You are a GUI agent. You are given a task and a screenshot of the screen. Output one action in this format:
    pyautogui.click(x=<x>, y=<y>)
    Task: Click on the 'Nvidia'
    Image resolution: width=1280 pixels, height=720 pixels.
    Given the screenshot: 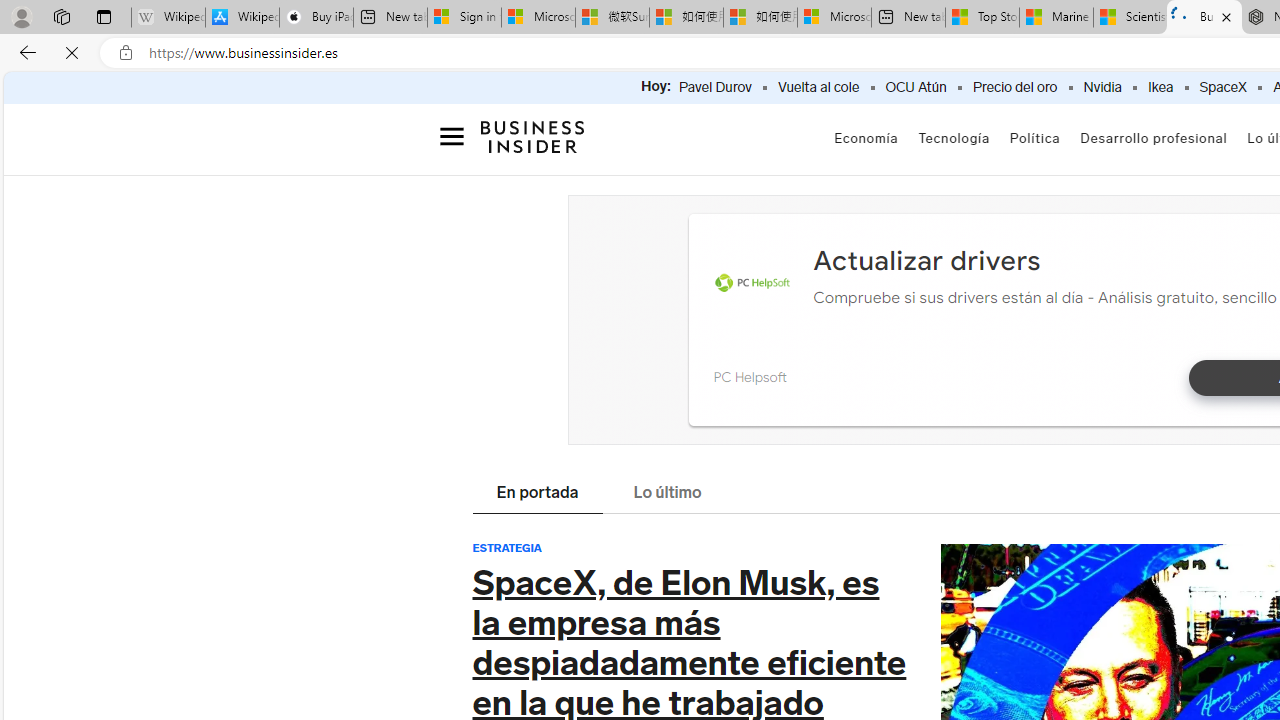 What is the action you would take?
    pyautogui.click(x=1101, y=87)
    